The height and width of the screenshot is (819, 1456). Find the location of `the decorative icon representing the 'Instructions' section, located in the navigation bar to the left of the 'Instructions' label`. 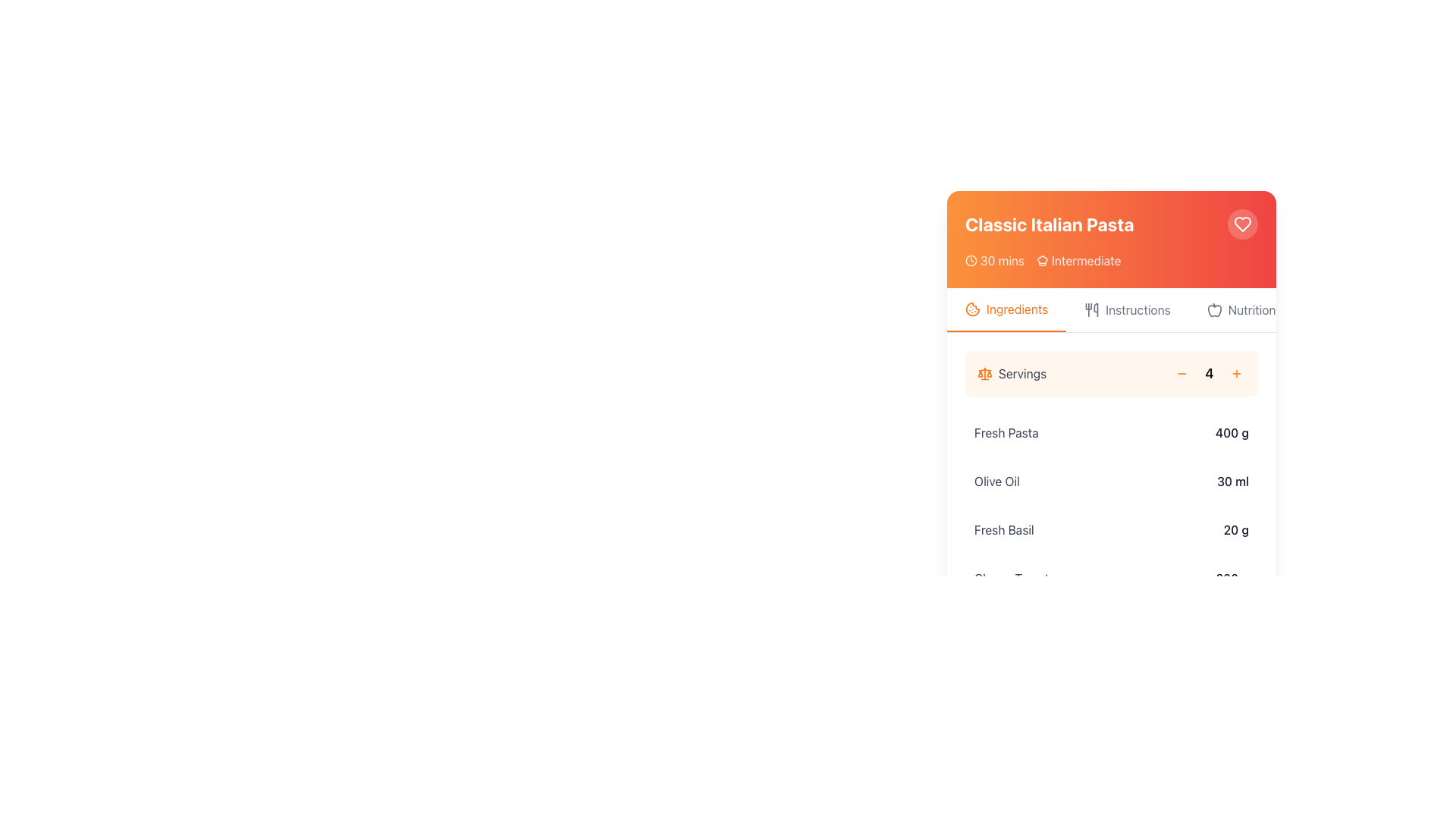

the decorative icon representing the 'Instructions' section, located in the navigation bar to the left of the 'Instructions' label is located at coordinates (1092, 309).